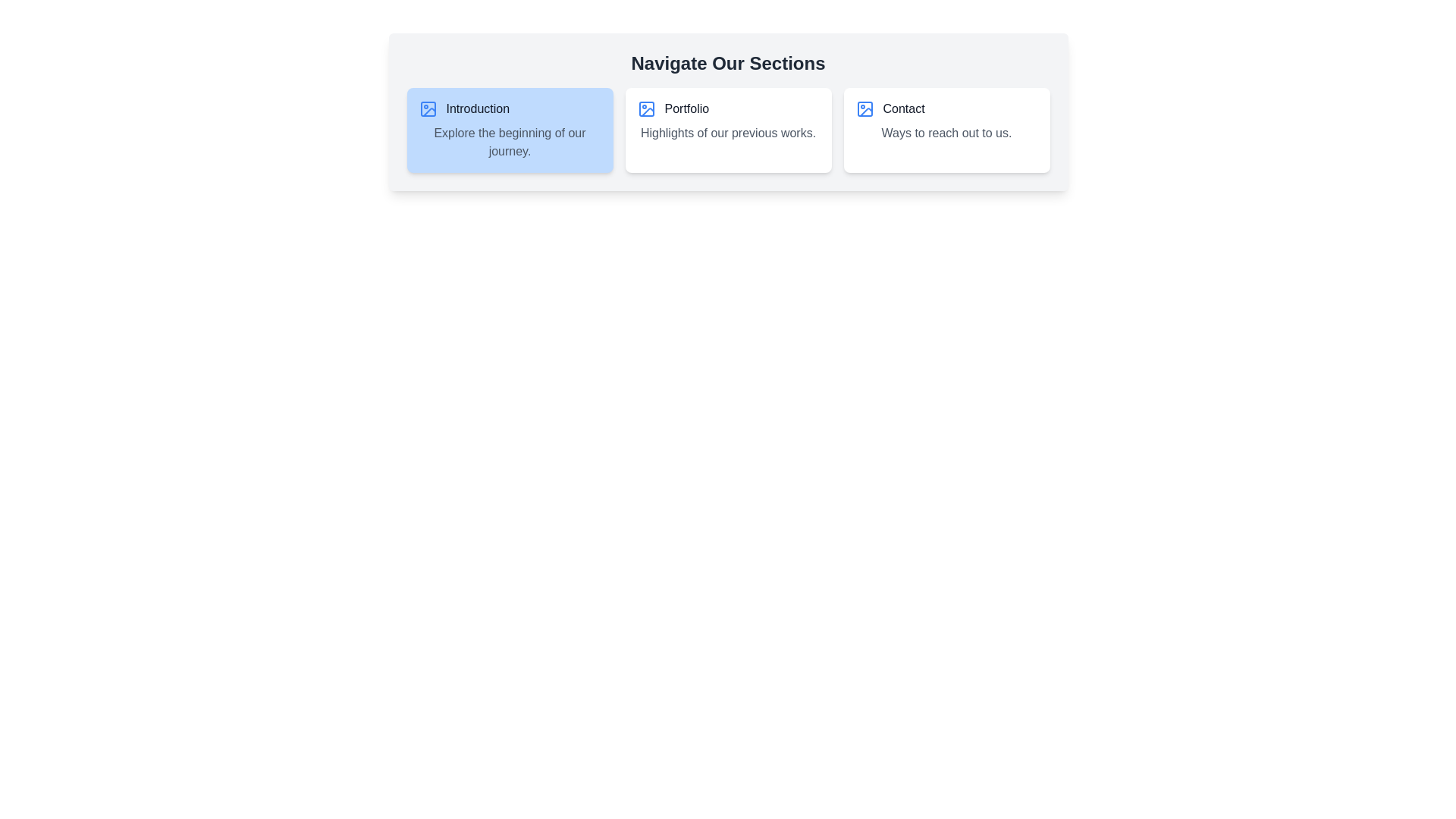  I want to click on the static text label displaying 'Introduction' styled with a medium font in dark gray on a light blue background, so click(477, 108).